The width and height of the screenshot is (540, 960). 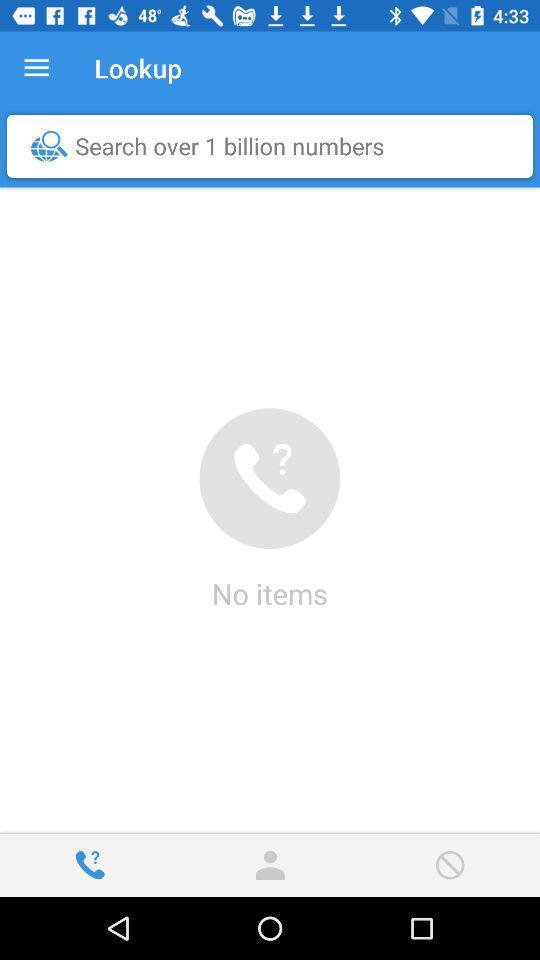 What do you see at coordinates (36, 68) in the screenshot?
I see `the item to the left of the lookup` at bounding box center [36, 68].